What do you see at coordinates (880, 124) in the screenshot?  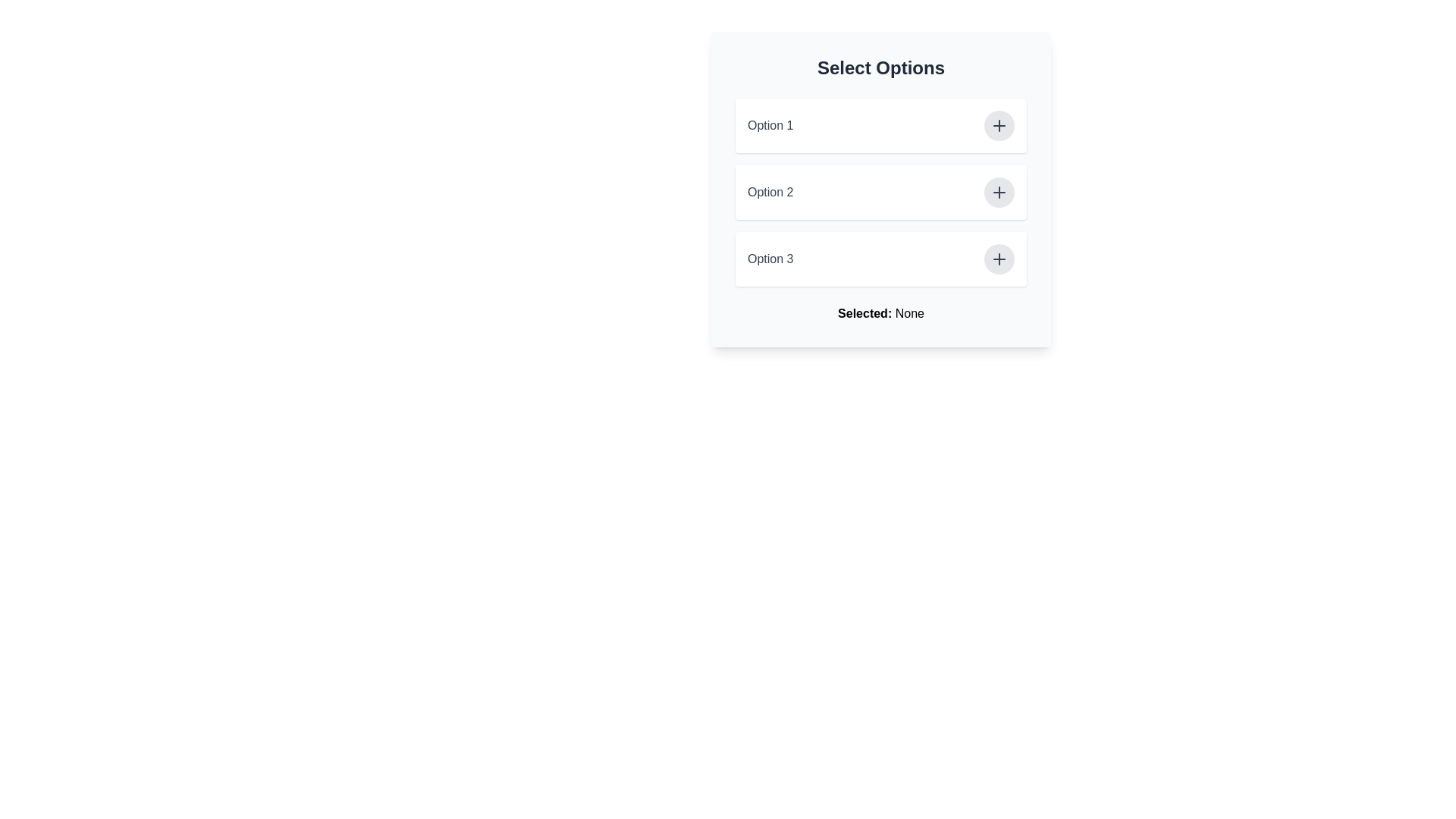 I see `the Option selector with button interaction that displays 'Option 1' and contains a '+' button on the right` at bounding box center [880, 124].